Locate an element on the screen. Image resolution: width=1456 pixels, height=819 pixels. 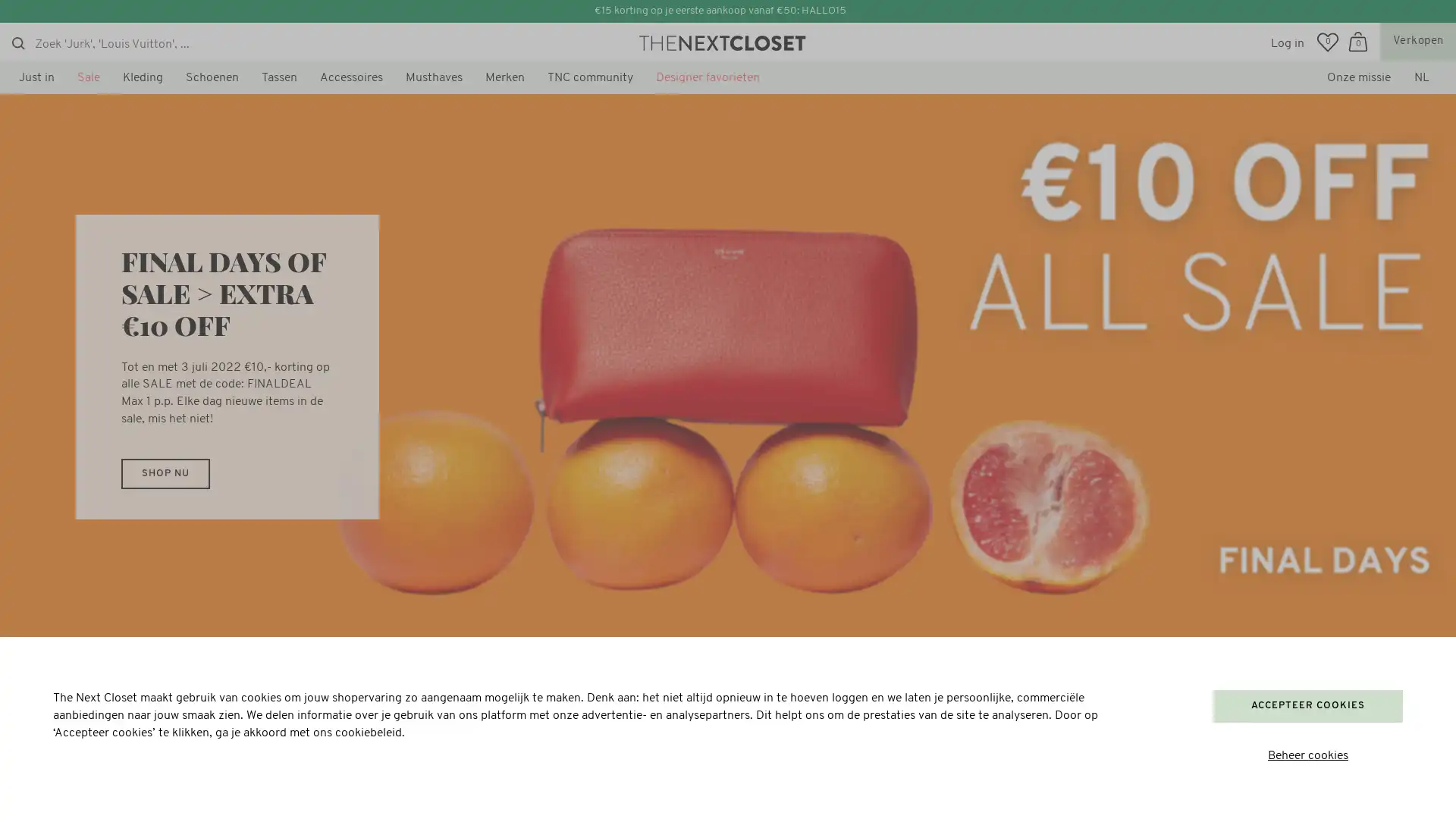
Beheer cookies is located at coordinates (1307, 756).